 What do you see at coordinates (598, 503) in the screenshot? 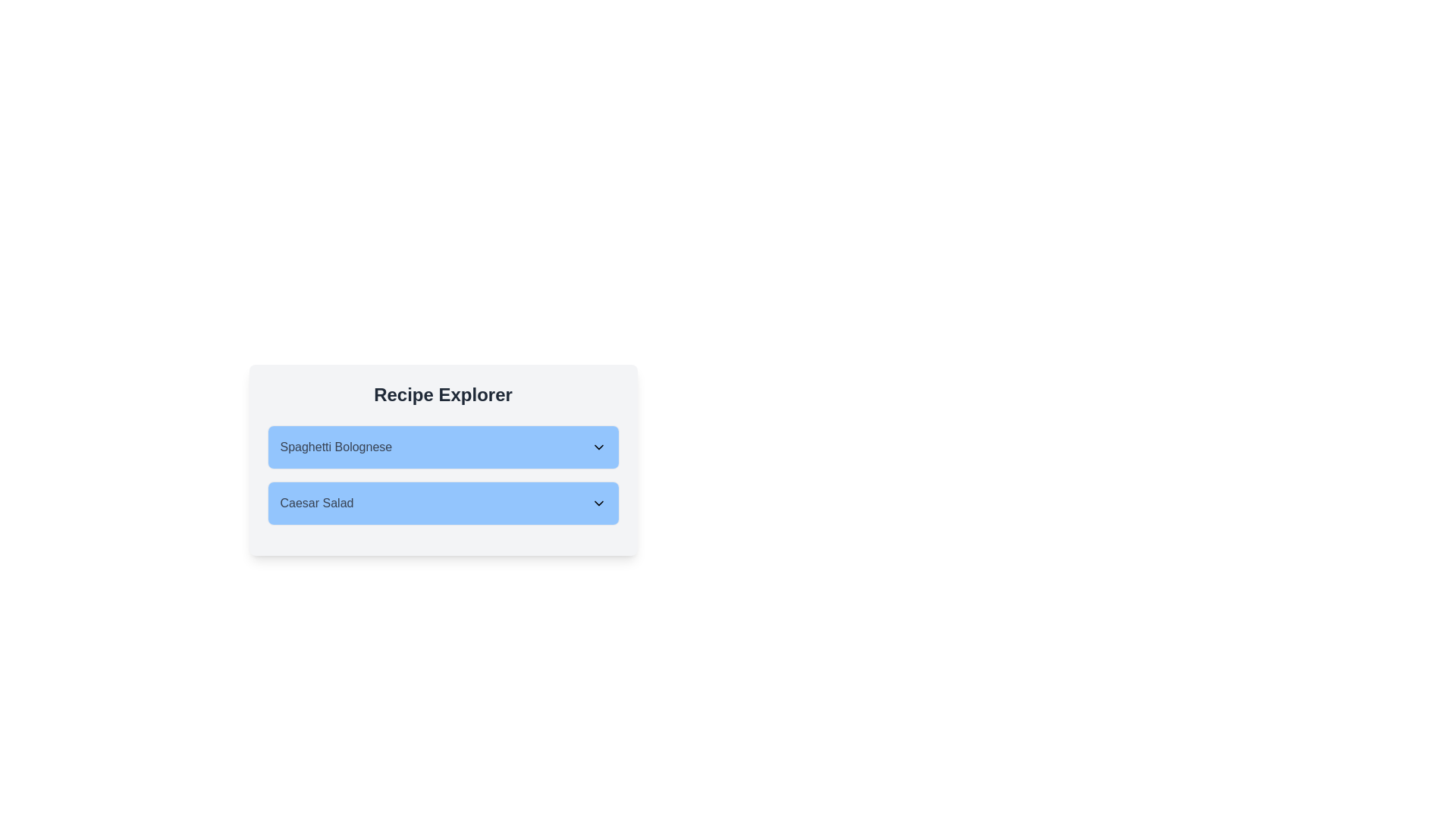
I see `the downward-pointing chevron icon on the right side of the 'Caesar Salad' blue bar` at bounding box center [598, 503].